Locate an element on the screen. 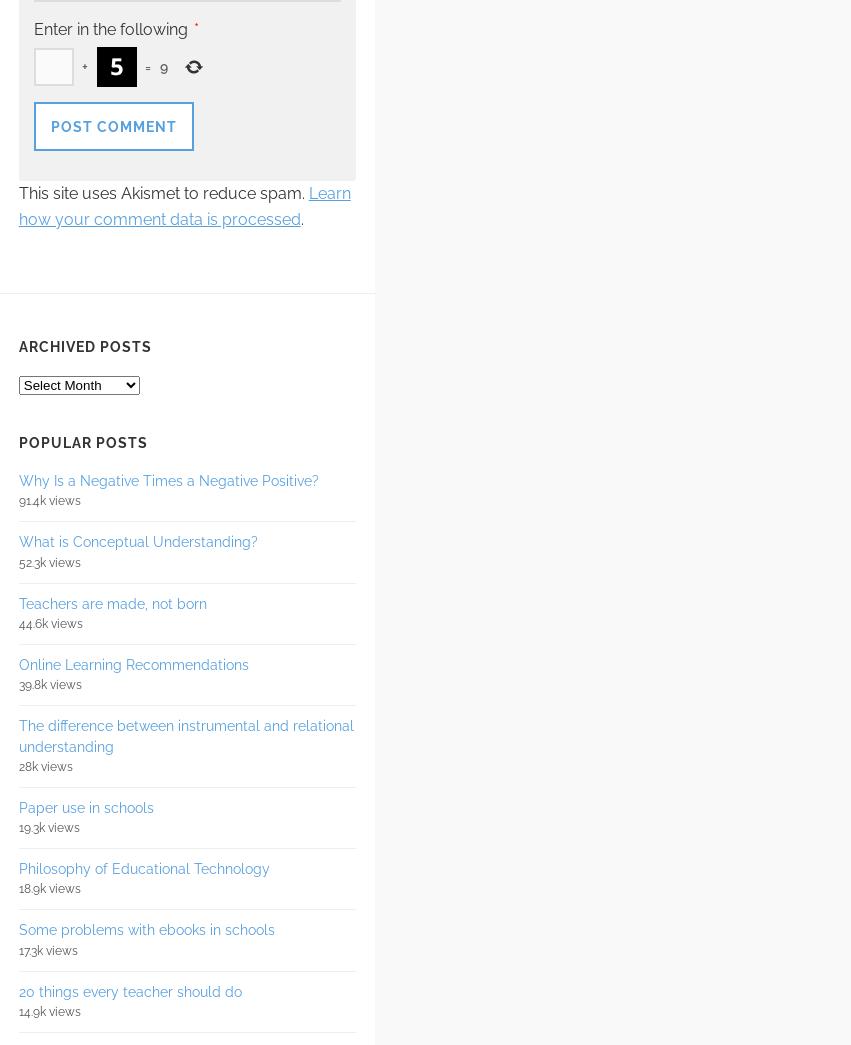 The width and height of the screenshot is (851, 1045). 'Why Is a Negative Times a Negative Positive?' is located at coordinates (166, 479).